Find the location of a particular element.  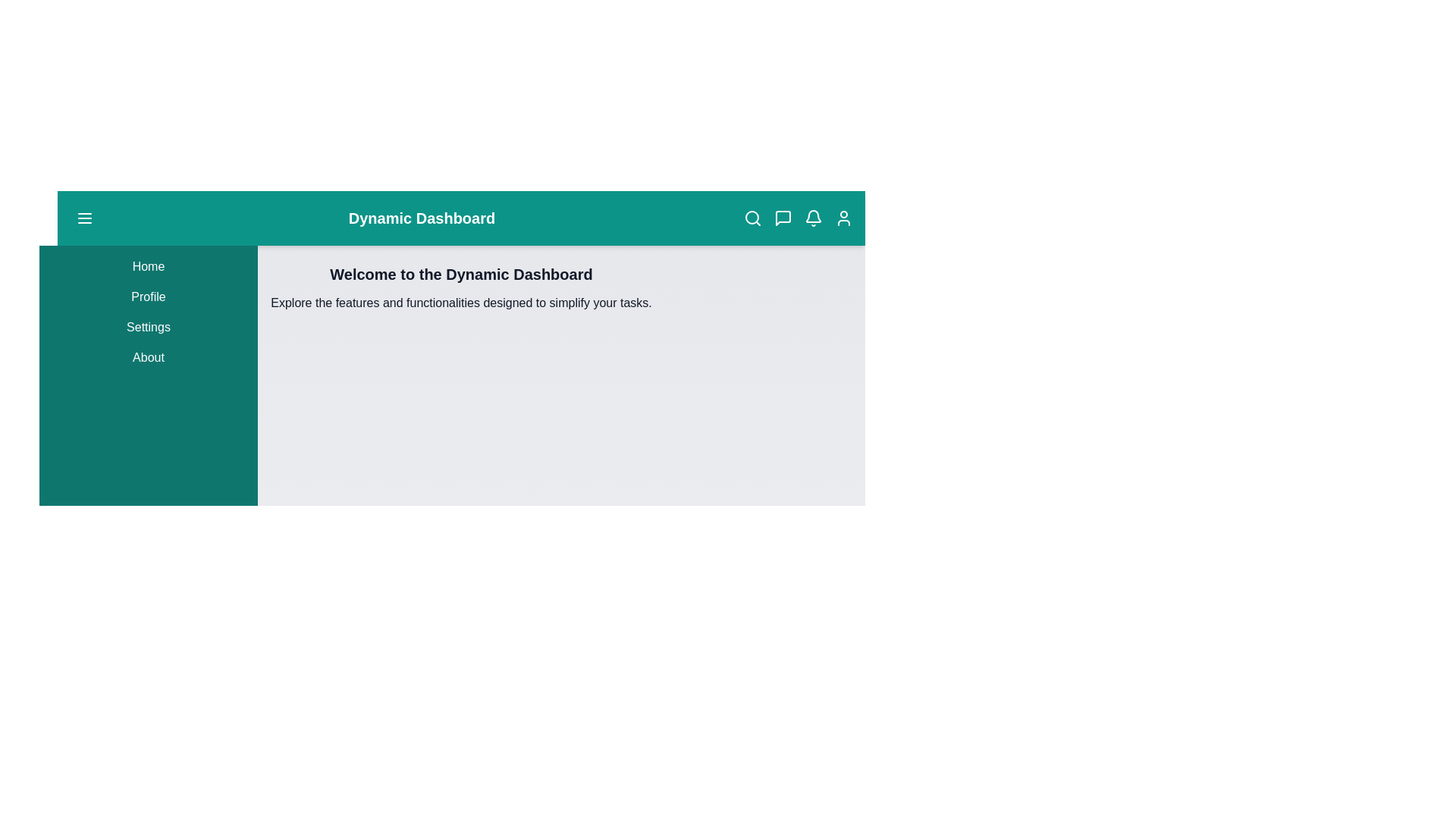

the search icon in the app bar is located at coordinates (753, 218).